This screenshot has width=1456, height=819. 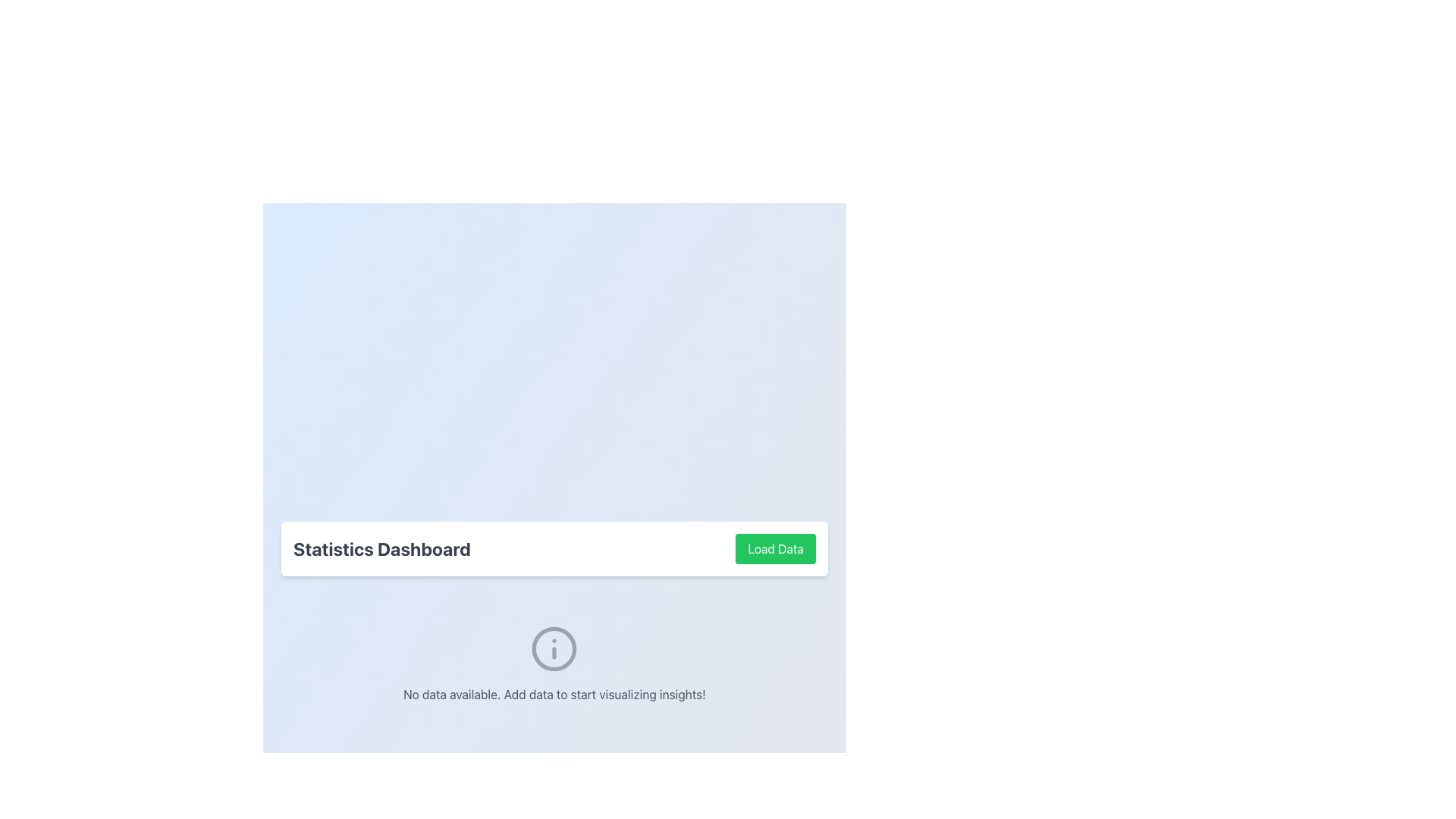 I want to click on the circular 'info' icon in the informational message that indicates the absence of data, located below the 'Statistics Dashboard' heading and 'Load Data' button, so click(x=554, y=663).